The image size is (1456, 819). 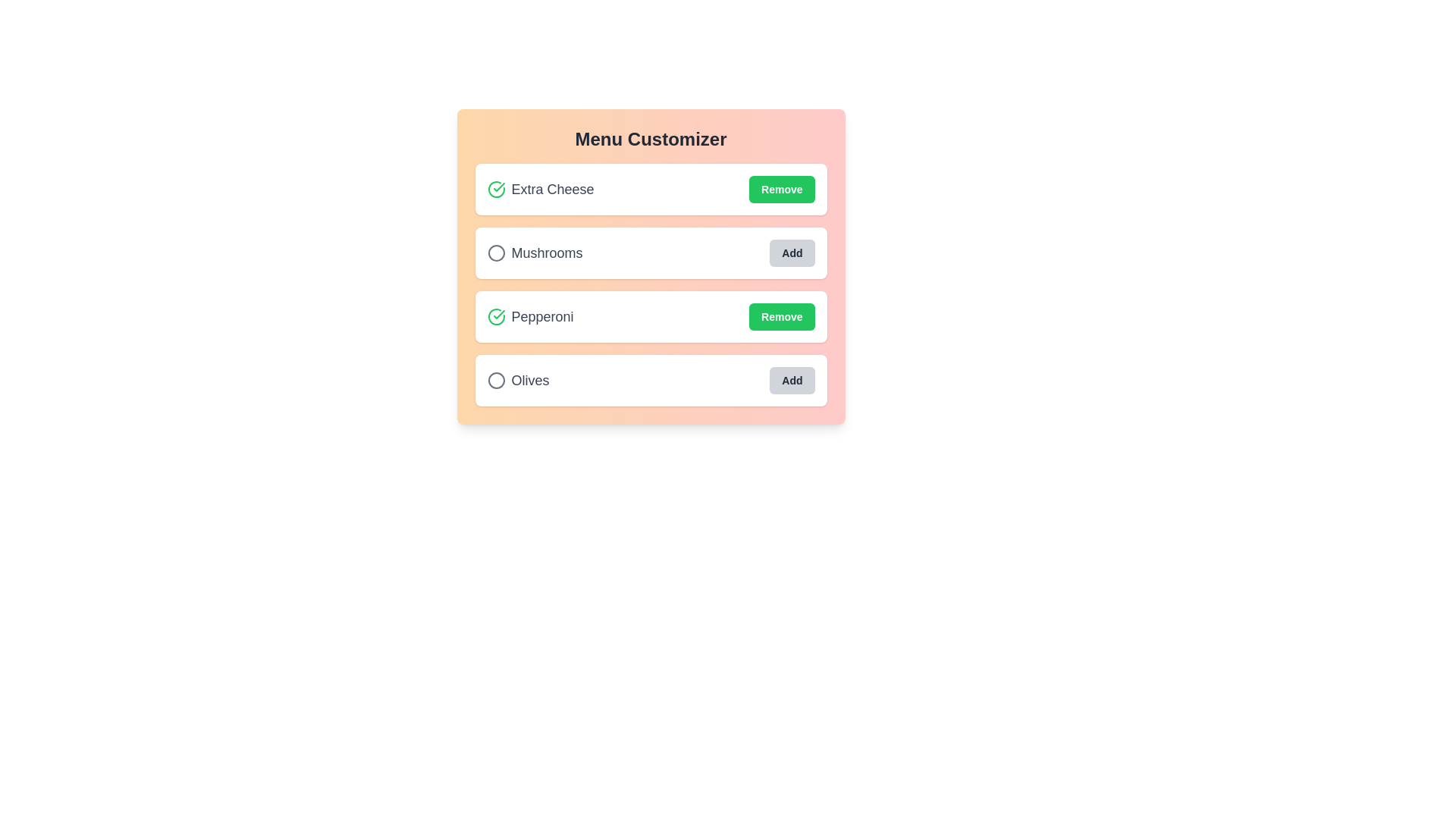 What do you see at coordinates (496, 253) in the screenshot?
I see `the circular icon for Mushrooms to toggle its selection state` at bounding box center [496, 253].